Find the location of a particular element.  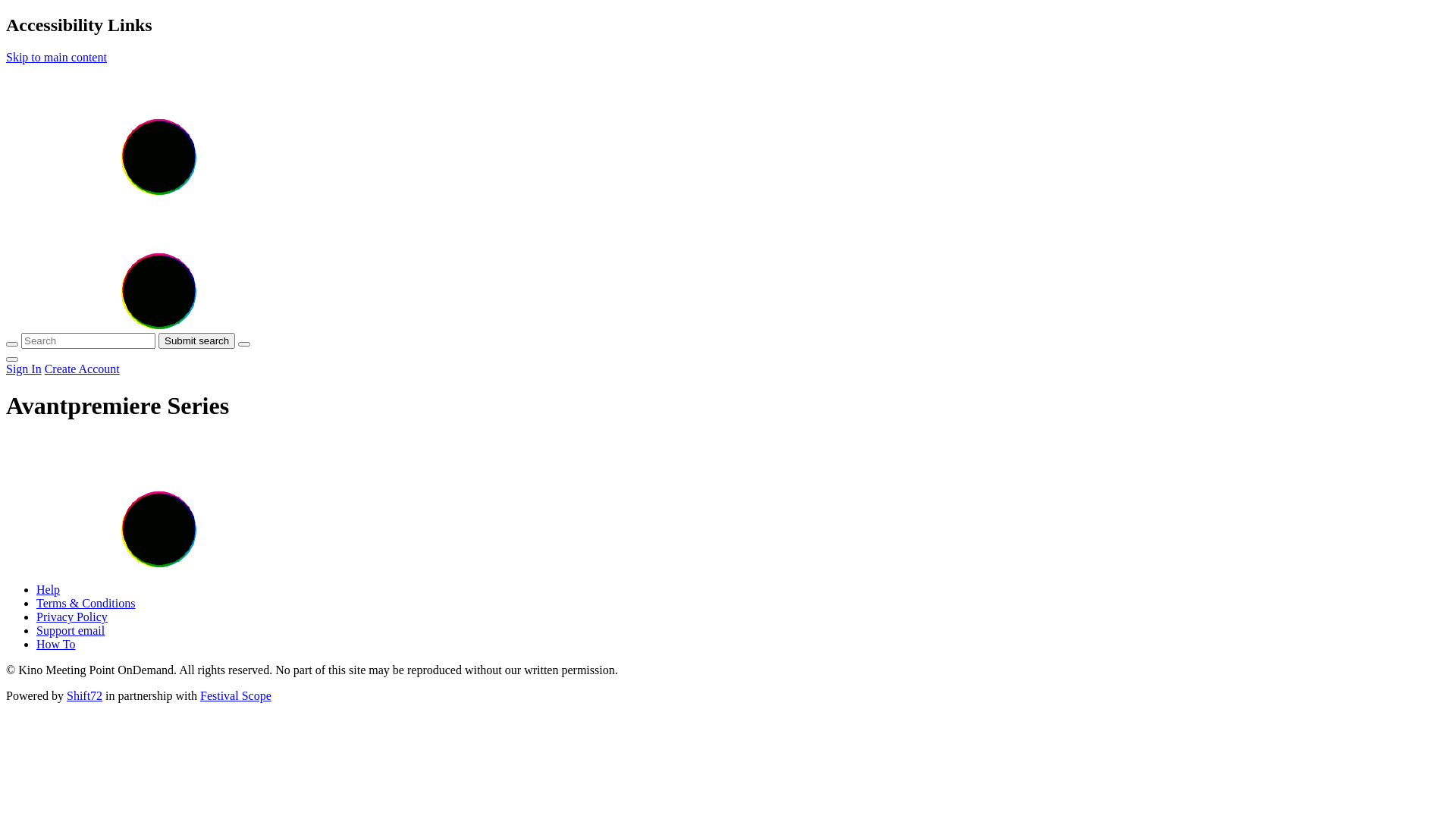

'Sign In' is located at coordinates (24, 369).